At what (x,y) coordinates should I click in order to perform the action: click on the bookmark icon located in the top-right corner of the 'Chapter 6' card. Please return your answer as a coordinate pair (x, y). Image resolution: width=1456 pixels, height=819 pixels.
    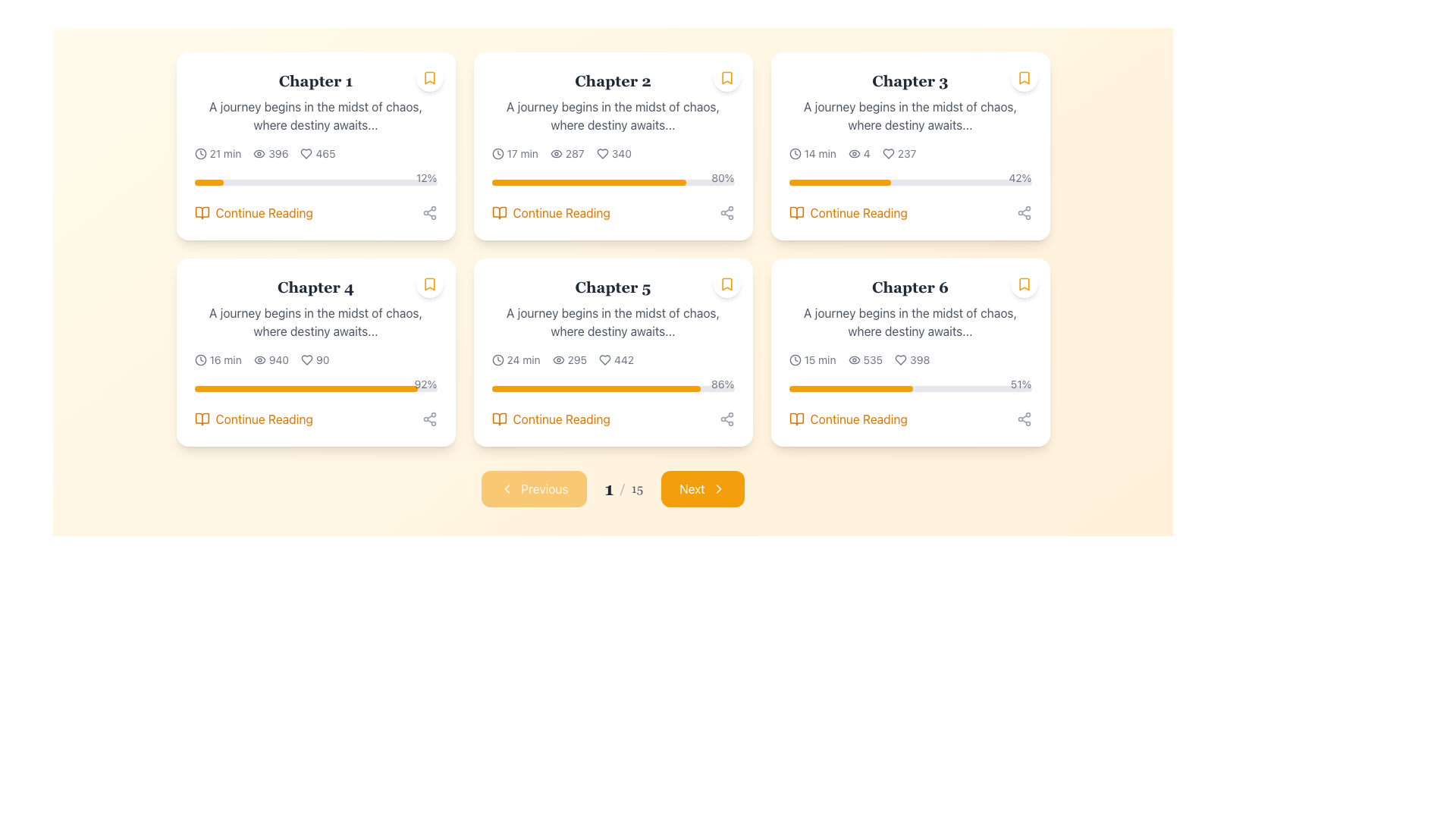
    Looking at the image, I should click on (1024, 284).